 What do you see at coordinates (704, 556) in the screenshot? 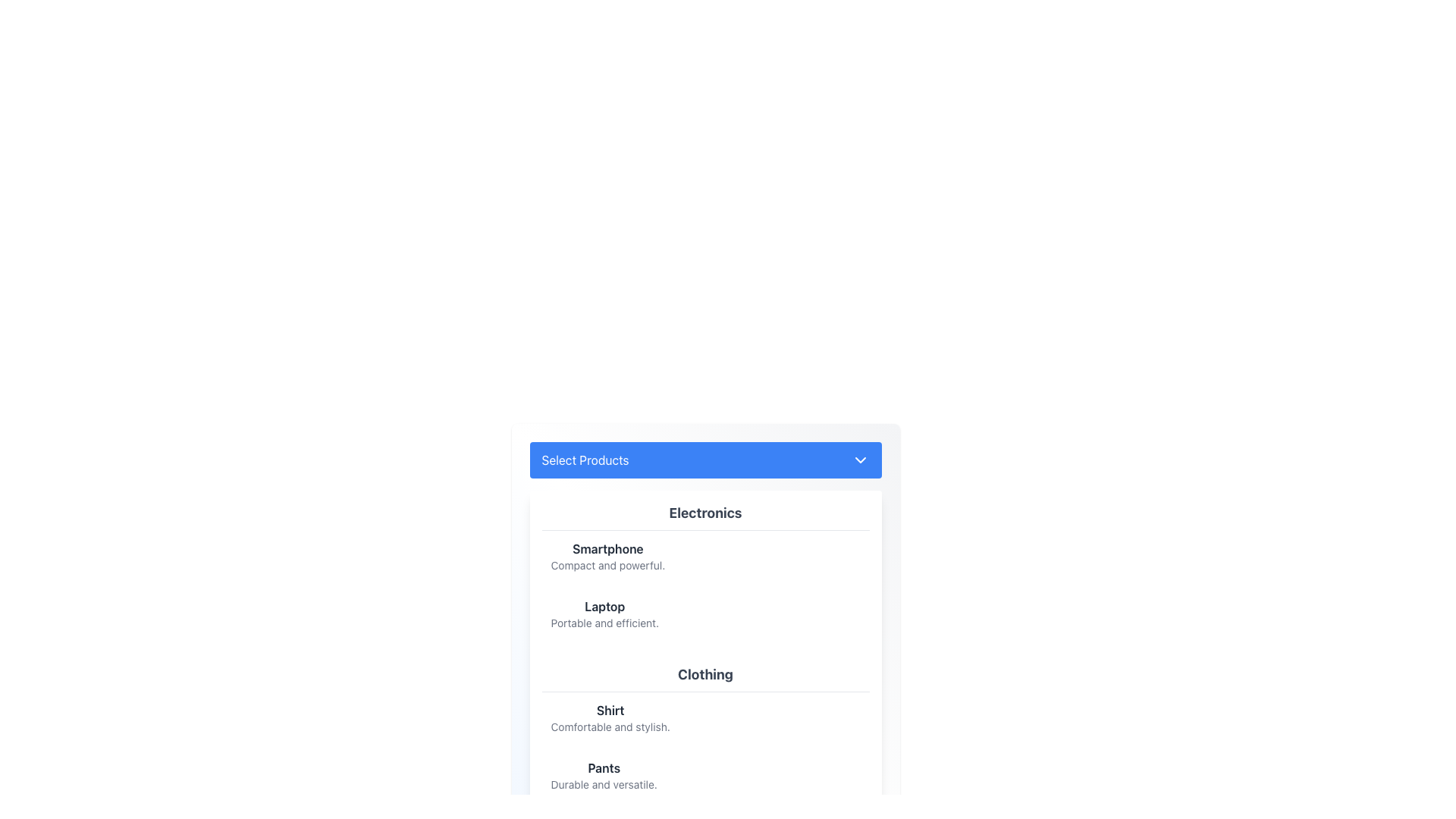
I see `the first list item titled 'Smartphone' in the 'Electronics' section` at bounding box center [704, 556].